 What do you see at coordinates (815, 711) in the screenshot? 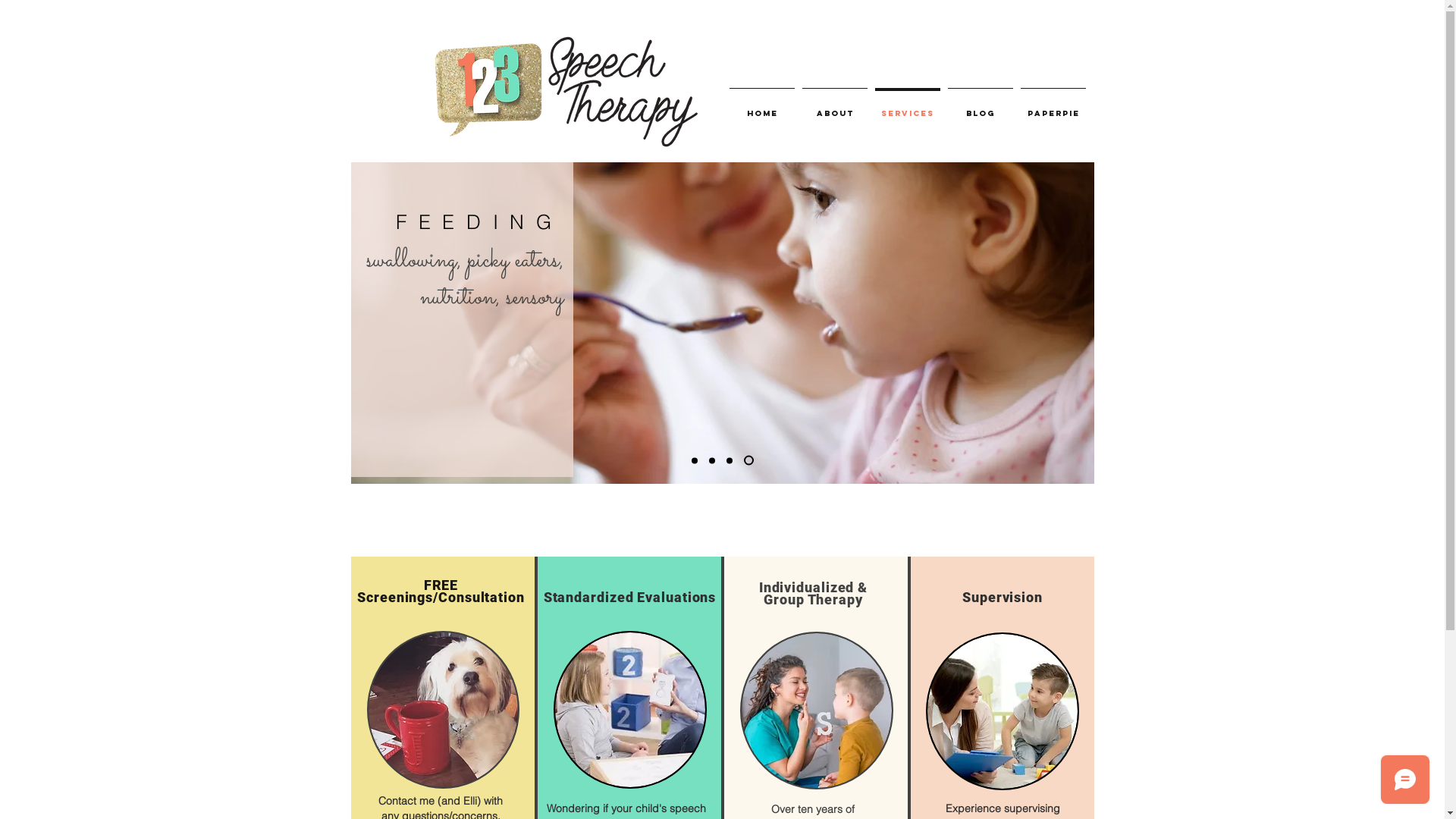
I see `'guy2.jpg'` at bounding box center [815, 711].